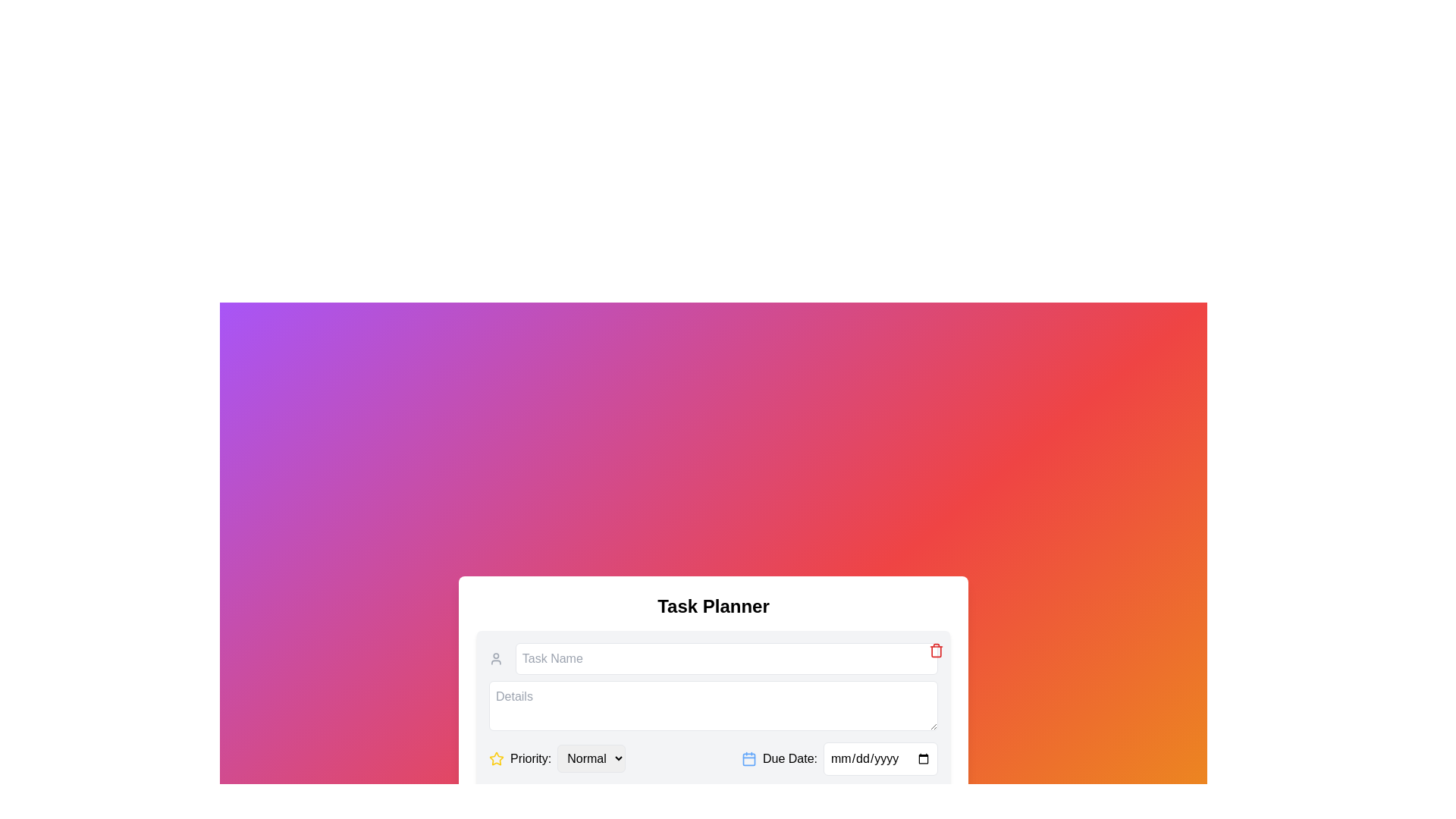 The height and width of the screenshot is (819, 1456). I want to click on the dropdown menu for selecting a priority level, located to the right of the yellow star icon and the 'Priority:' label, so click(591, 758).